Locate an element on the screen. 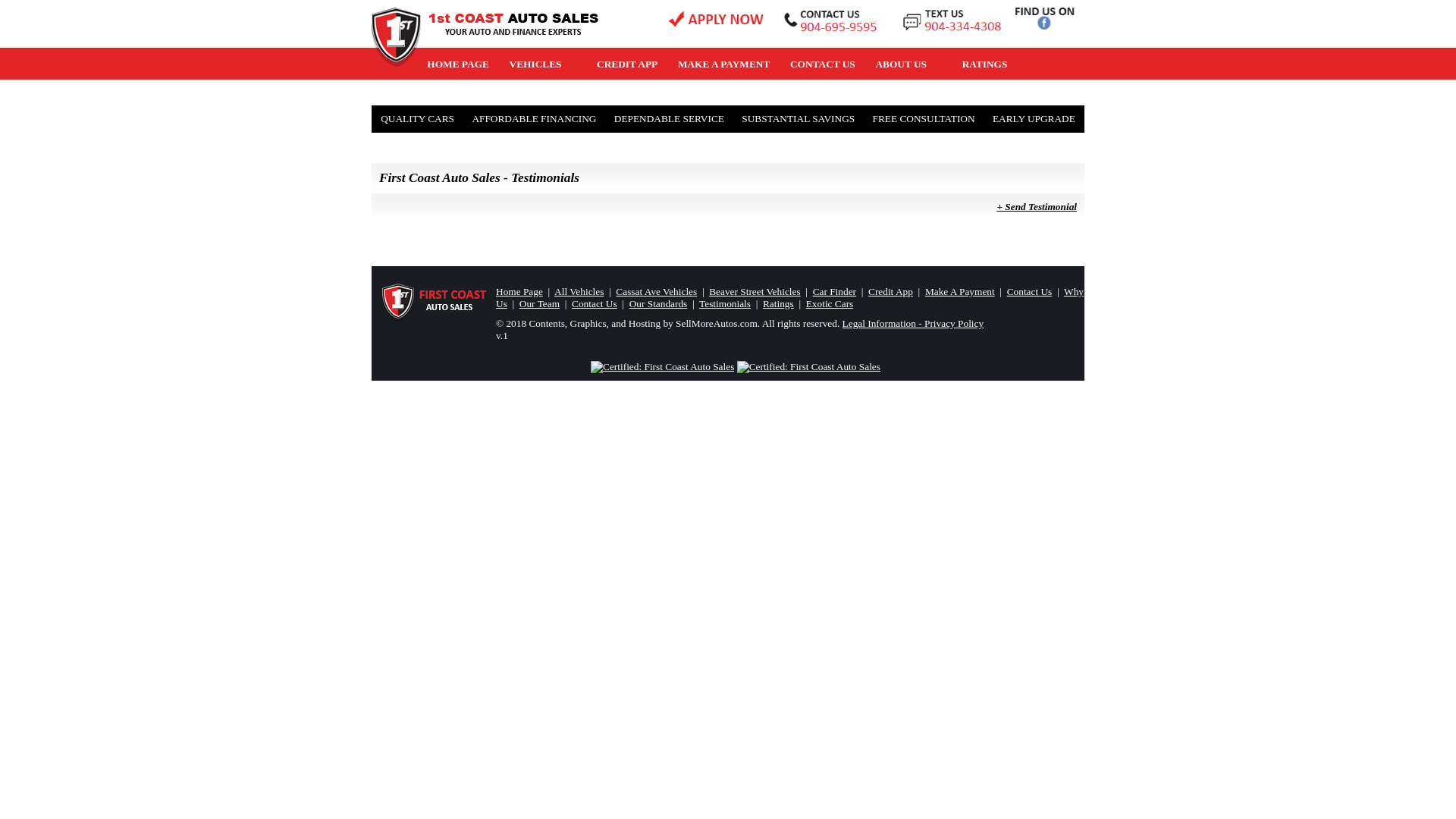 The image size is (1456, 819). 'Cassat Ave Vehicles' is located at coordinates (615, 291).